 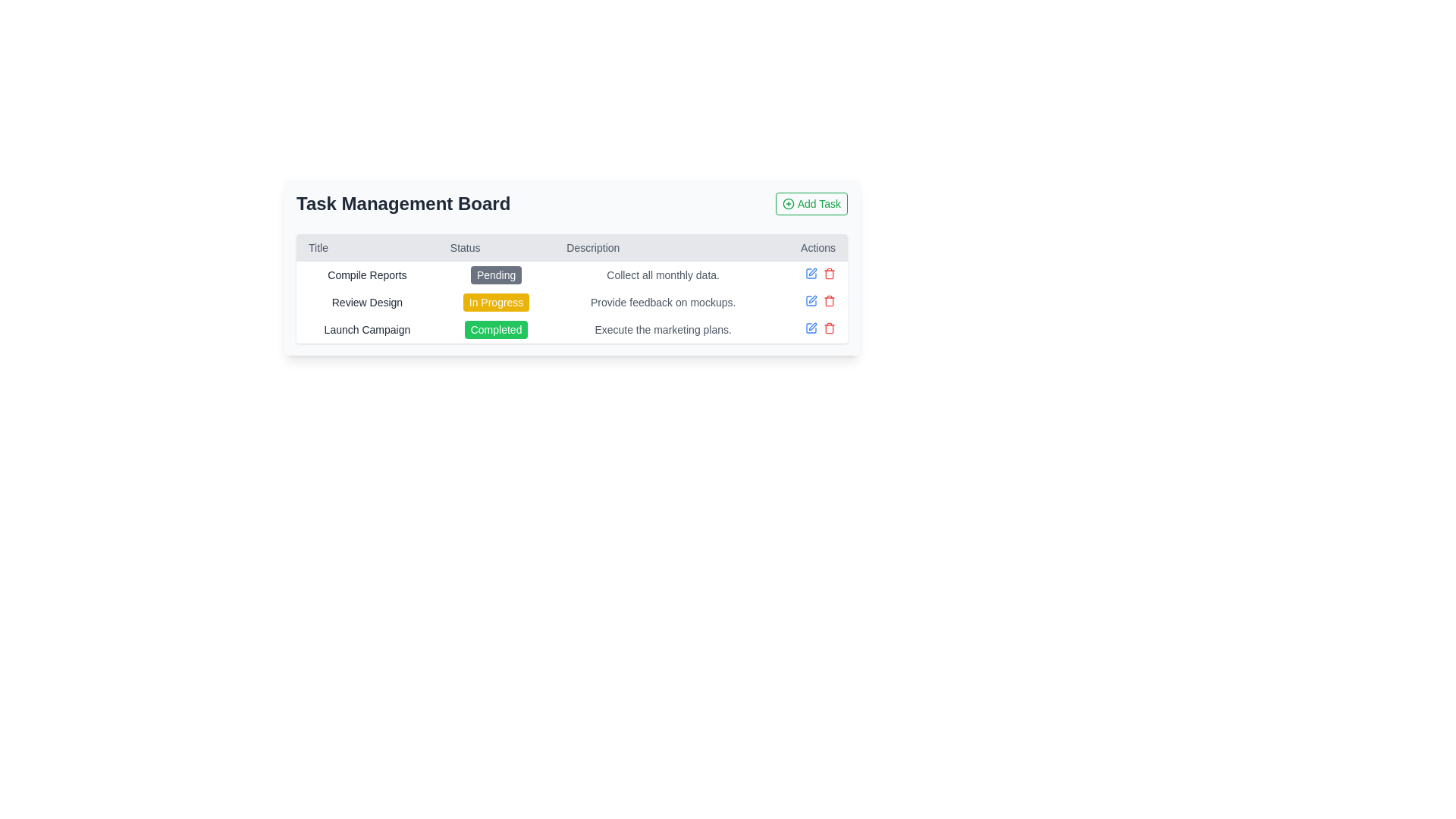 I want to click on the static text label saying 'Compile Reports' located in the first row under the 'Title' column of the 'Task Management Board', so click(x=367, y=275).